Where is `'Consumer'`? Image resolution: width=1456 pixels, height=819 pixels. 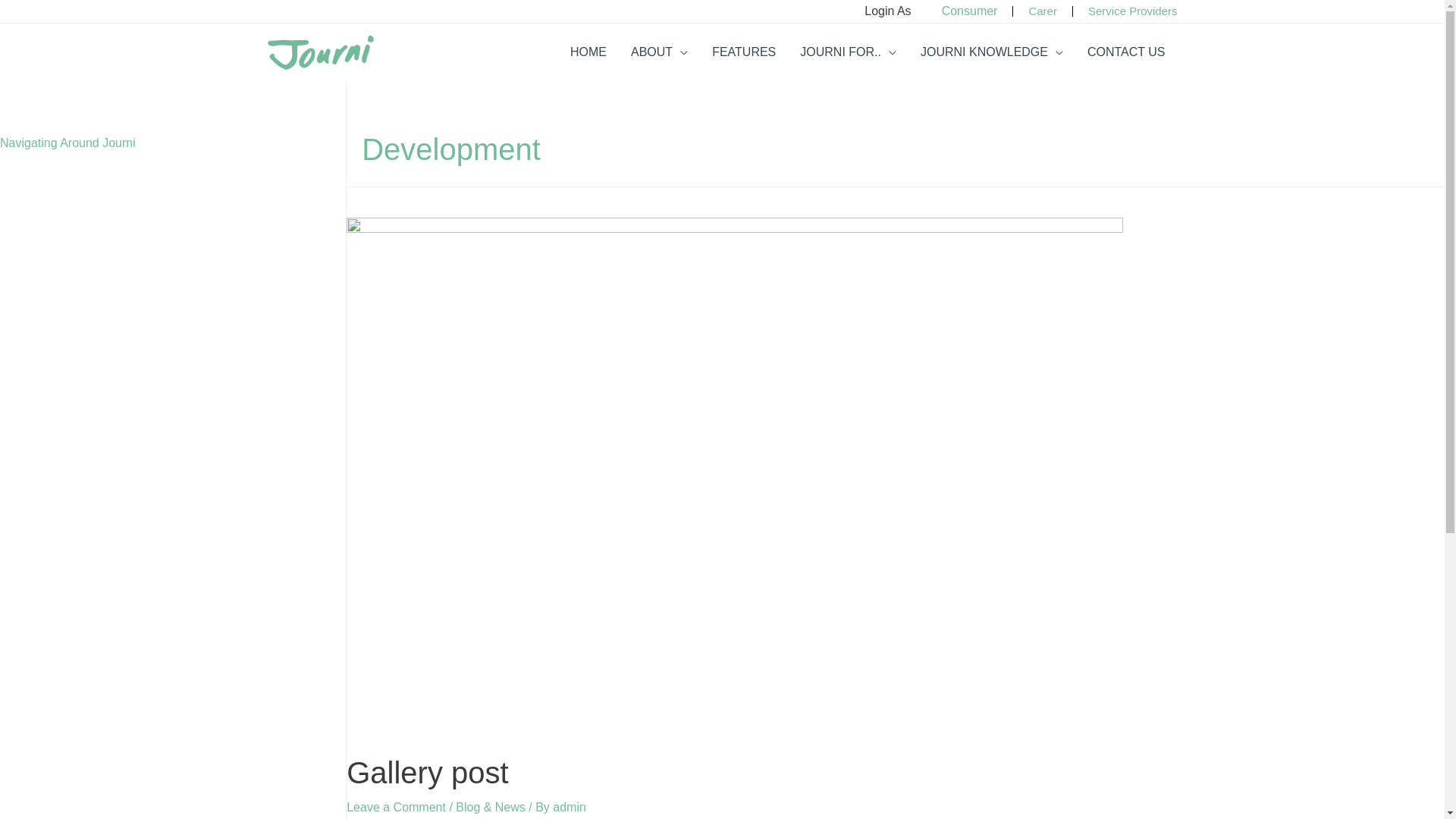
'Consumer' is located at coordinates (968, 11).